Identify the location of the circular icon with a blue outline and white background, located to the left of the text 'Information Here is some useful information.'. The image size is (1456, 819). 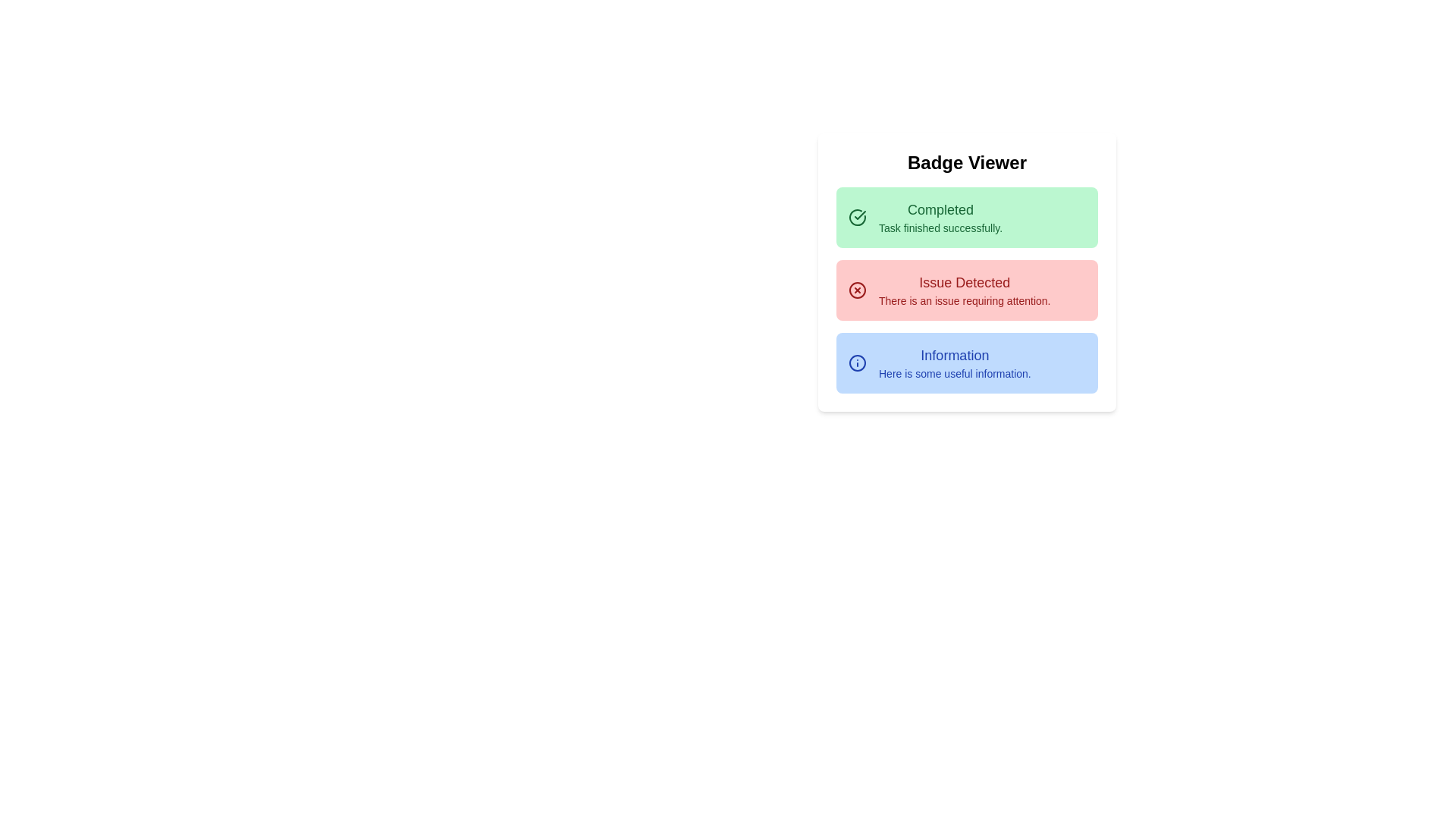
(858, 362).